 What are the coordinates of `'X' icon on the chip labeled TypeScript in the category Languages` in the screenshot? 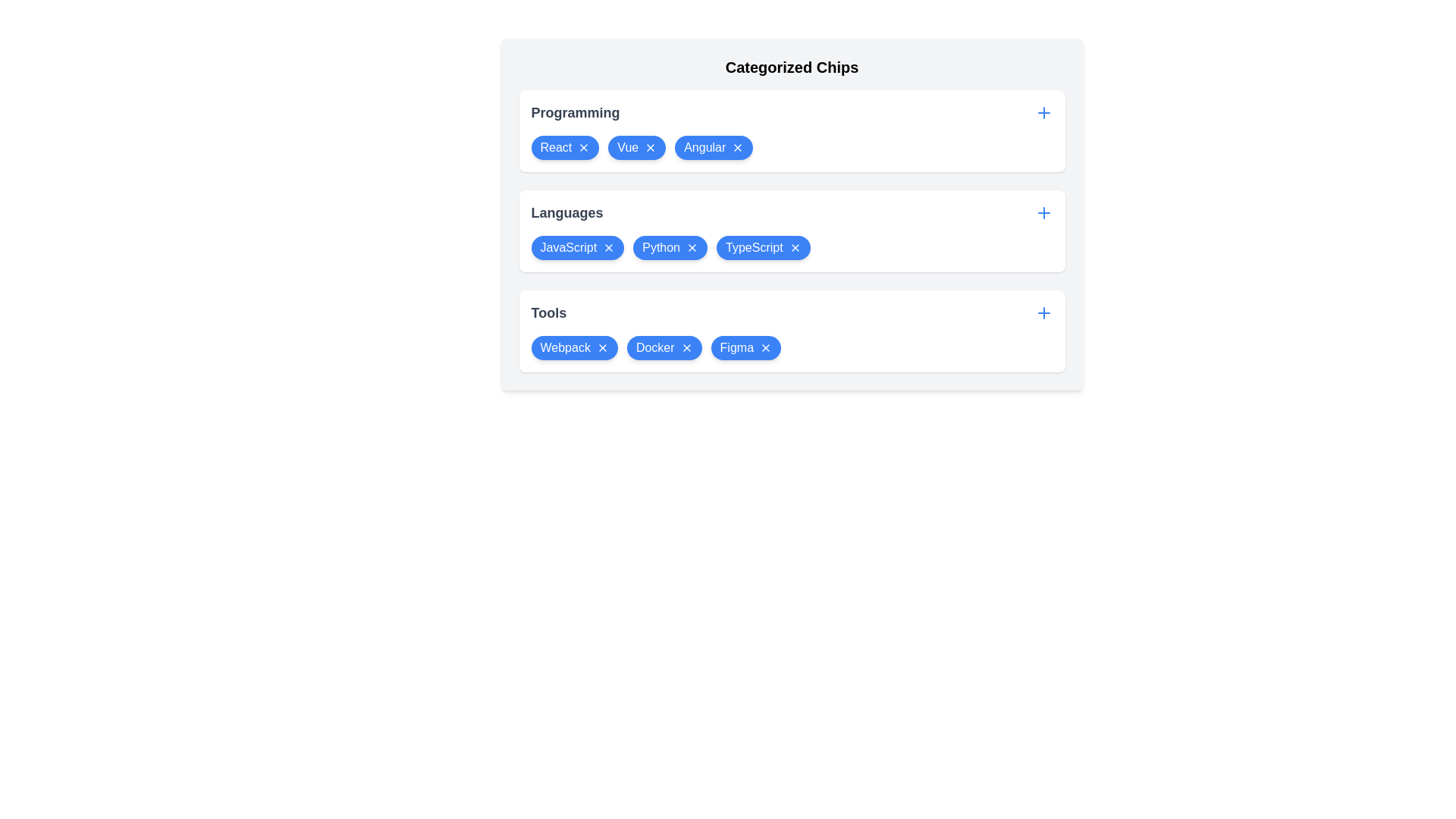 It's located at (794, 247).